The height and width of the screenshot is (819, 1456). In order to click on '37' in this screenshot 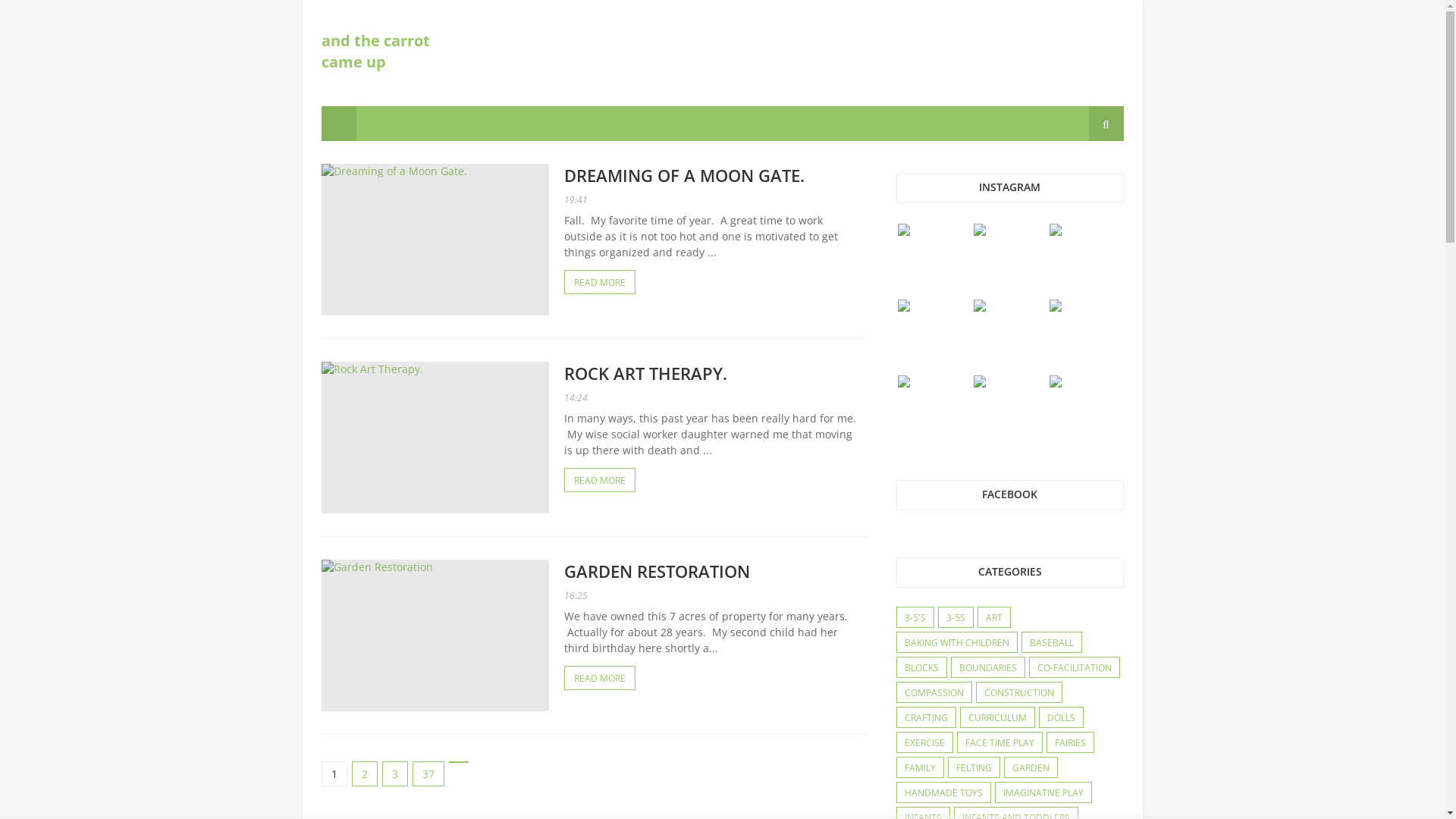, I will do `click(428, 773)`.